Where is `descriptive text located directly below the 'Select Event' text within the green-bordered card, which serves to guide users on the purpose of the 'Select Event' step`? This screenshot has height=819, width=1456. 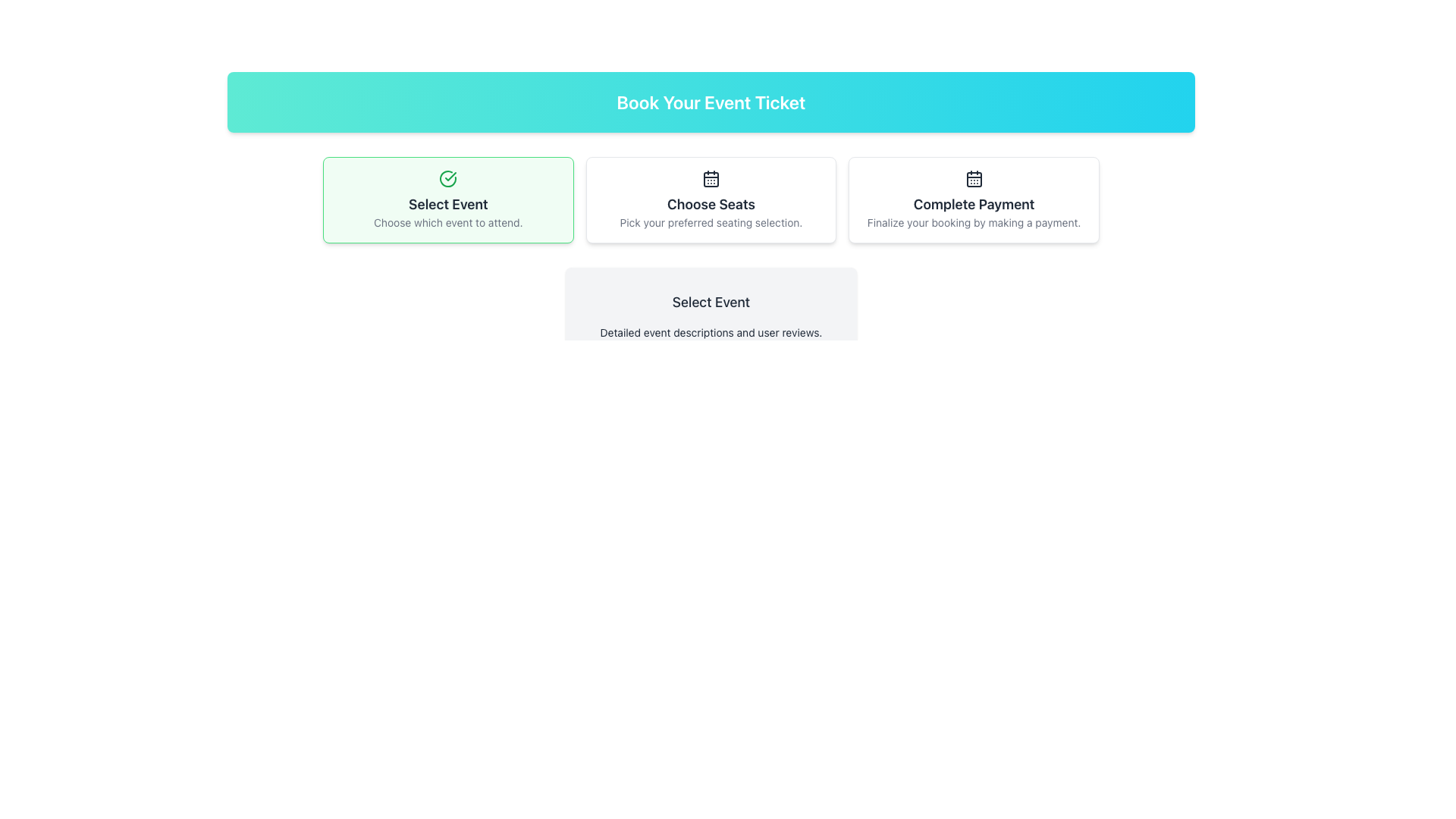 descriptive text located directly below the 'Select Event' text within the green-bordered card, which serves to guide users on the purpose of the 'Select Event' step is located at coordinates (447, 222).